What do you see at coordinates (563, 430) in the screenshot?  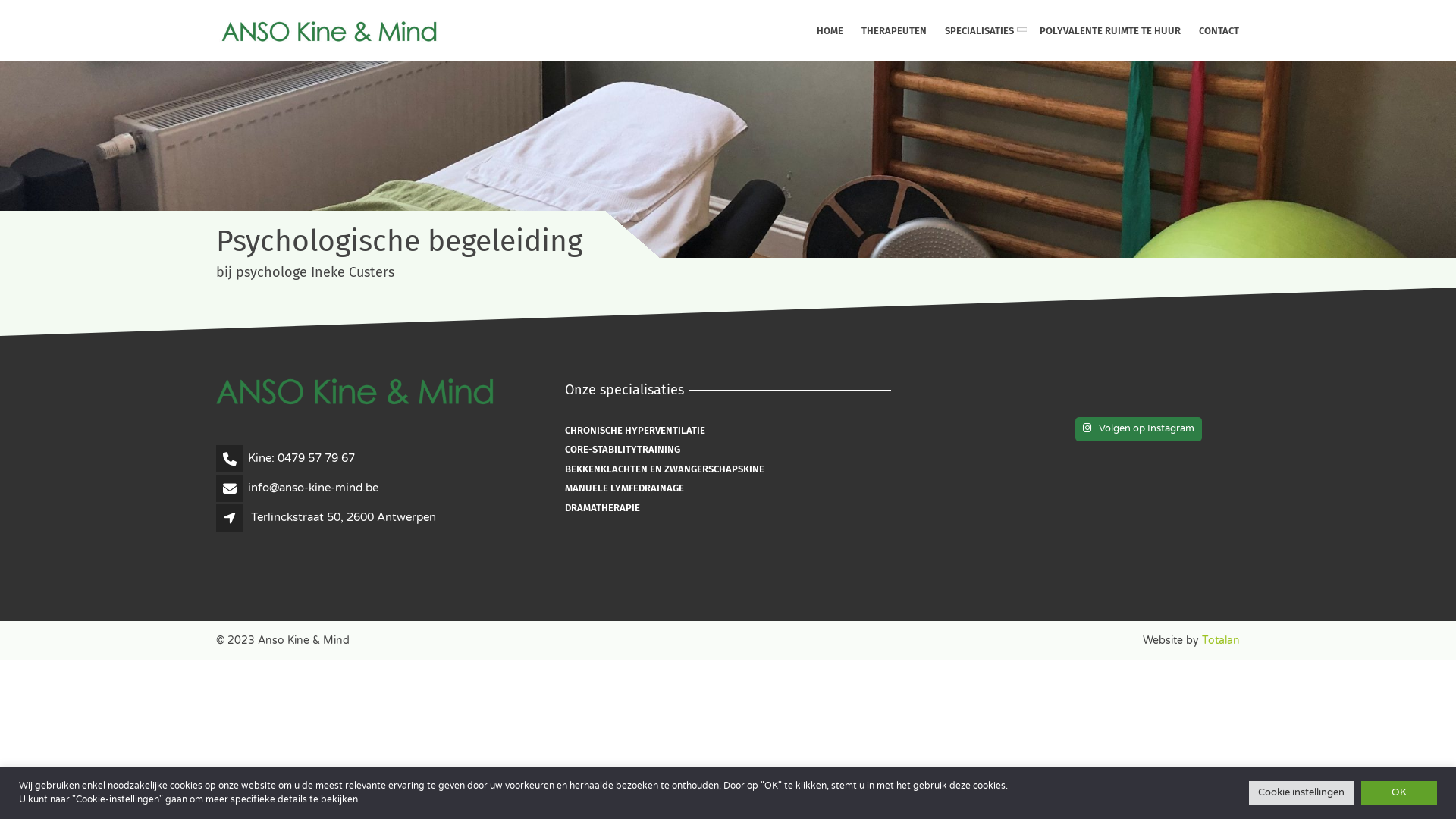 I see `'CHRONISCHE HYPERVENTILATIE'` at bounding box center [563, 430].